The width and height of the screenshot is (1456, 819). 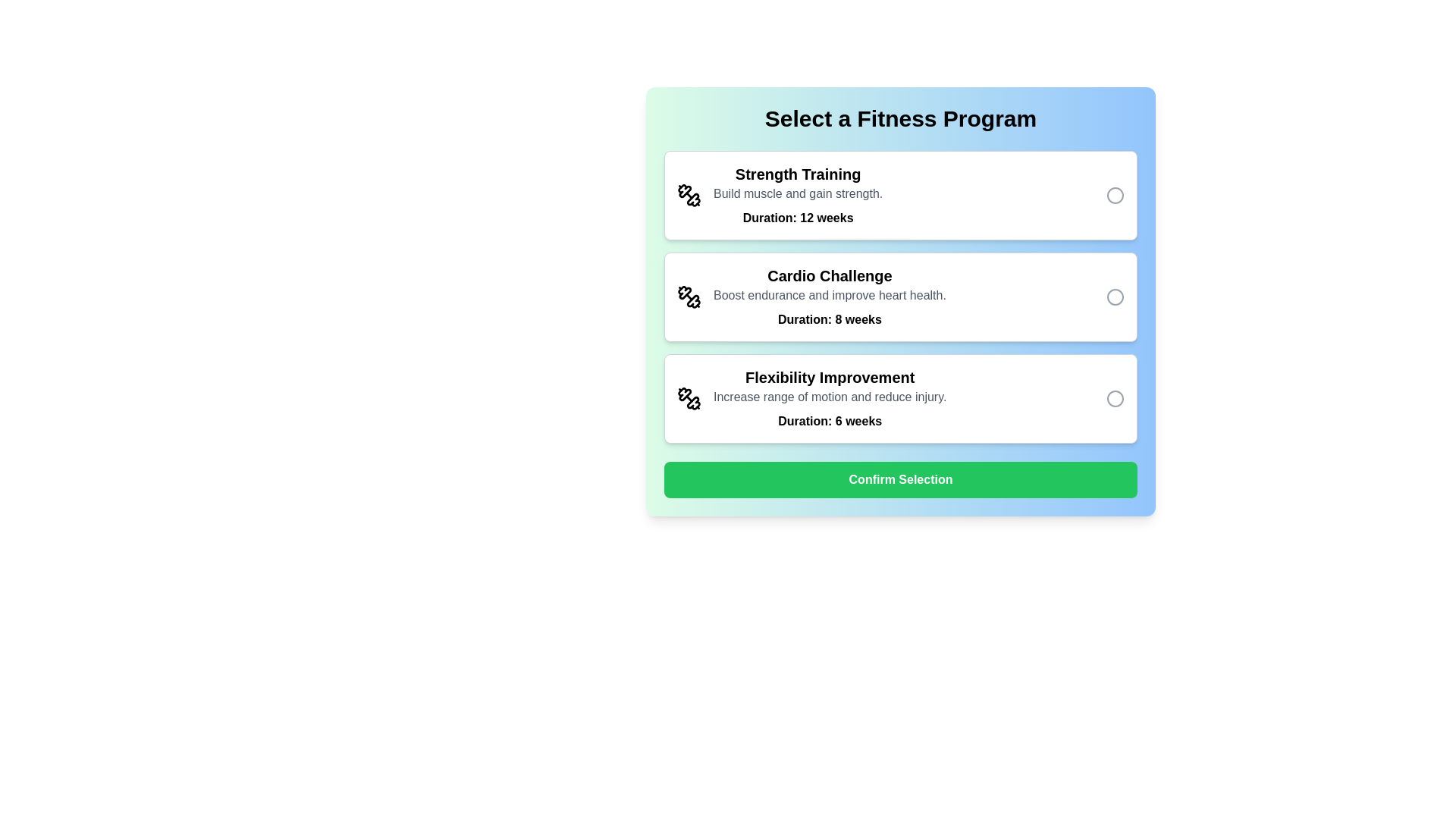 What do you see at coordinates (684, 190) in the screenshot?
I see `the fitness-related icon in the 'Strength Training' section of the program options` at bounding box center [684, 190].